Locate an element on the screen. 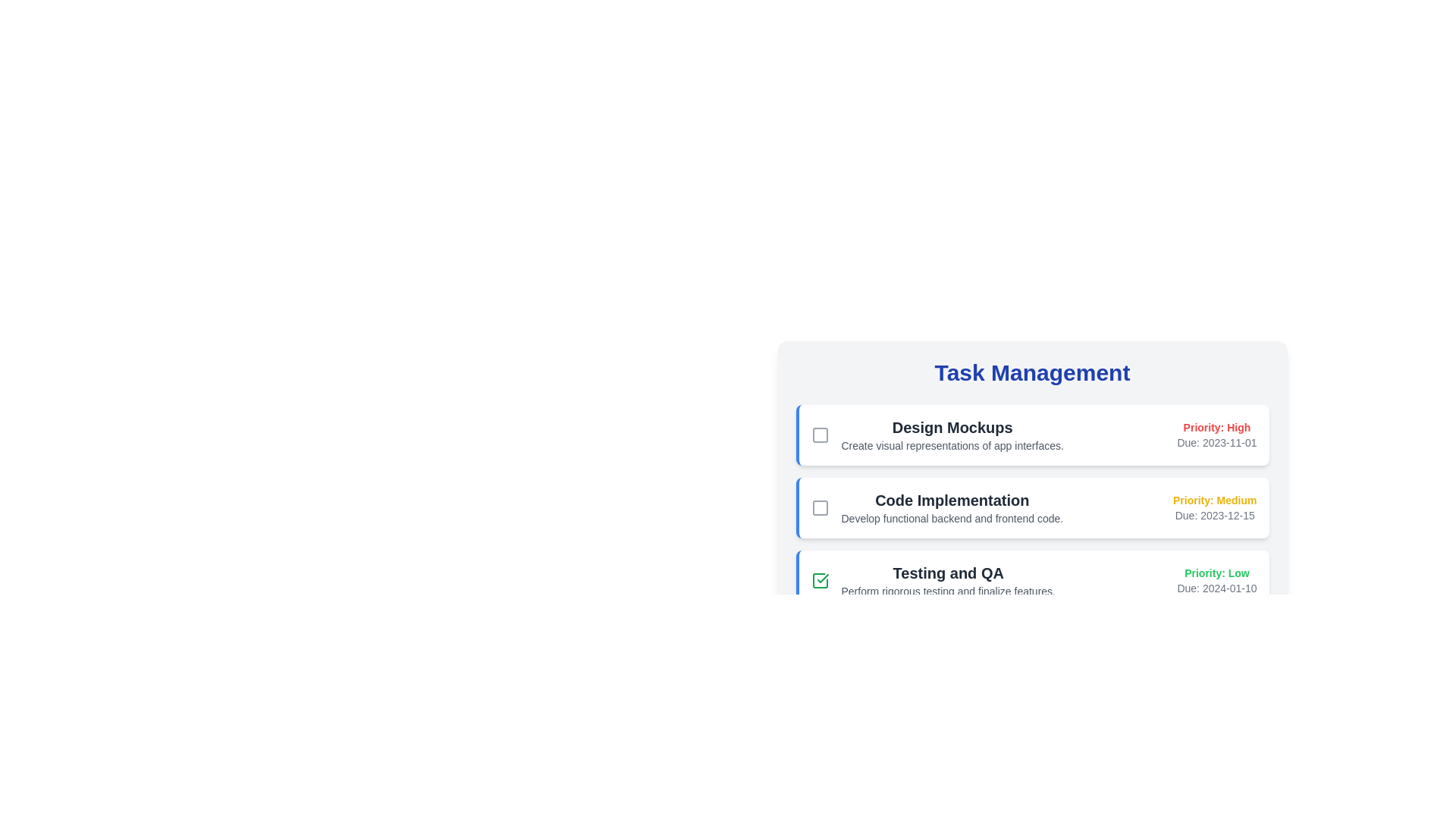  the checkmark icon that indicates a completed action in the 'Testing and QA' task row is located at coordinates (821, 579).